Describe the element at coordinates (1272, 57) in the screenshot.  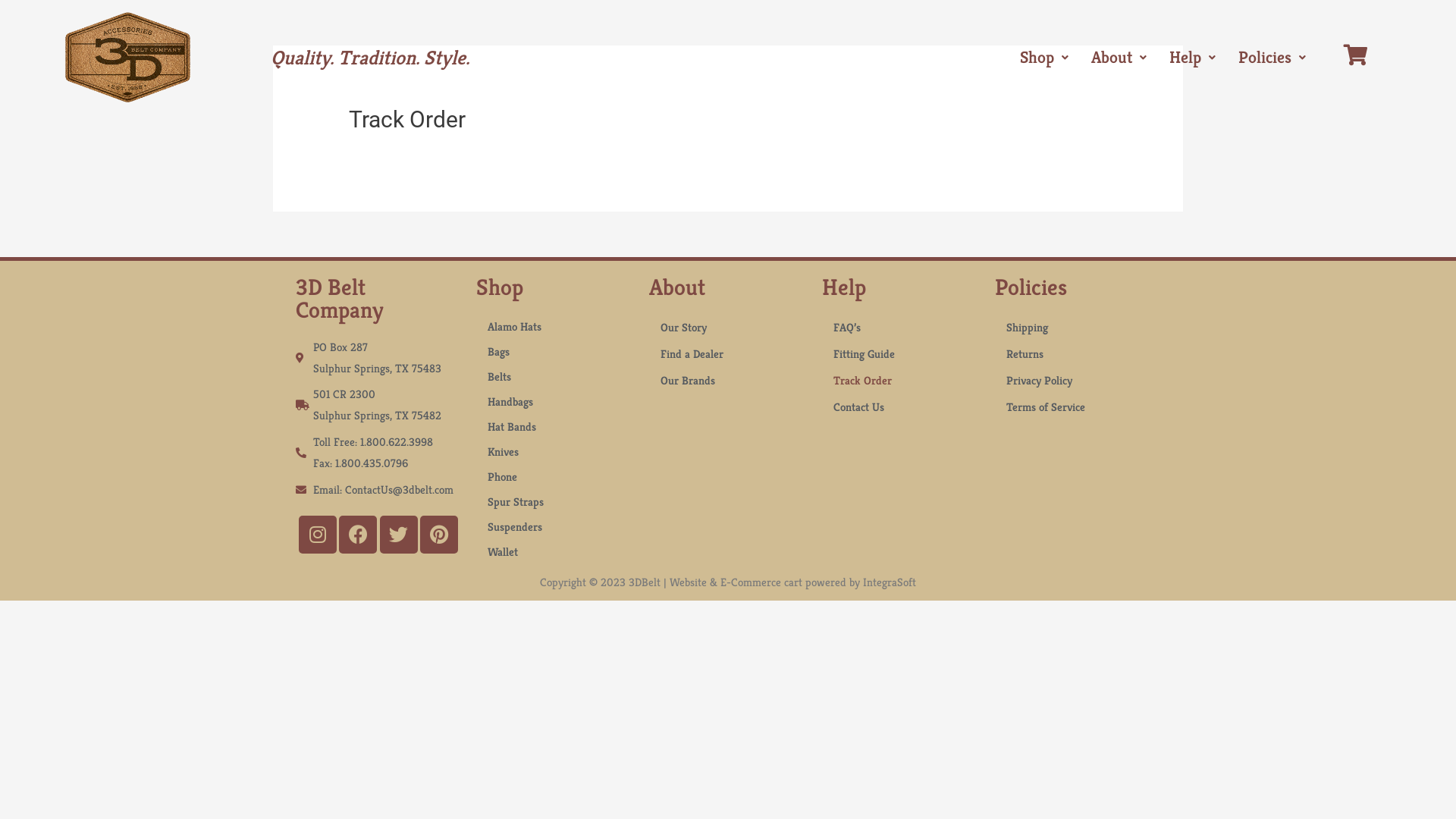
I see `'Policies'` at that location.